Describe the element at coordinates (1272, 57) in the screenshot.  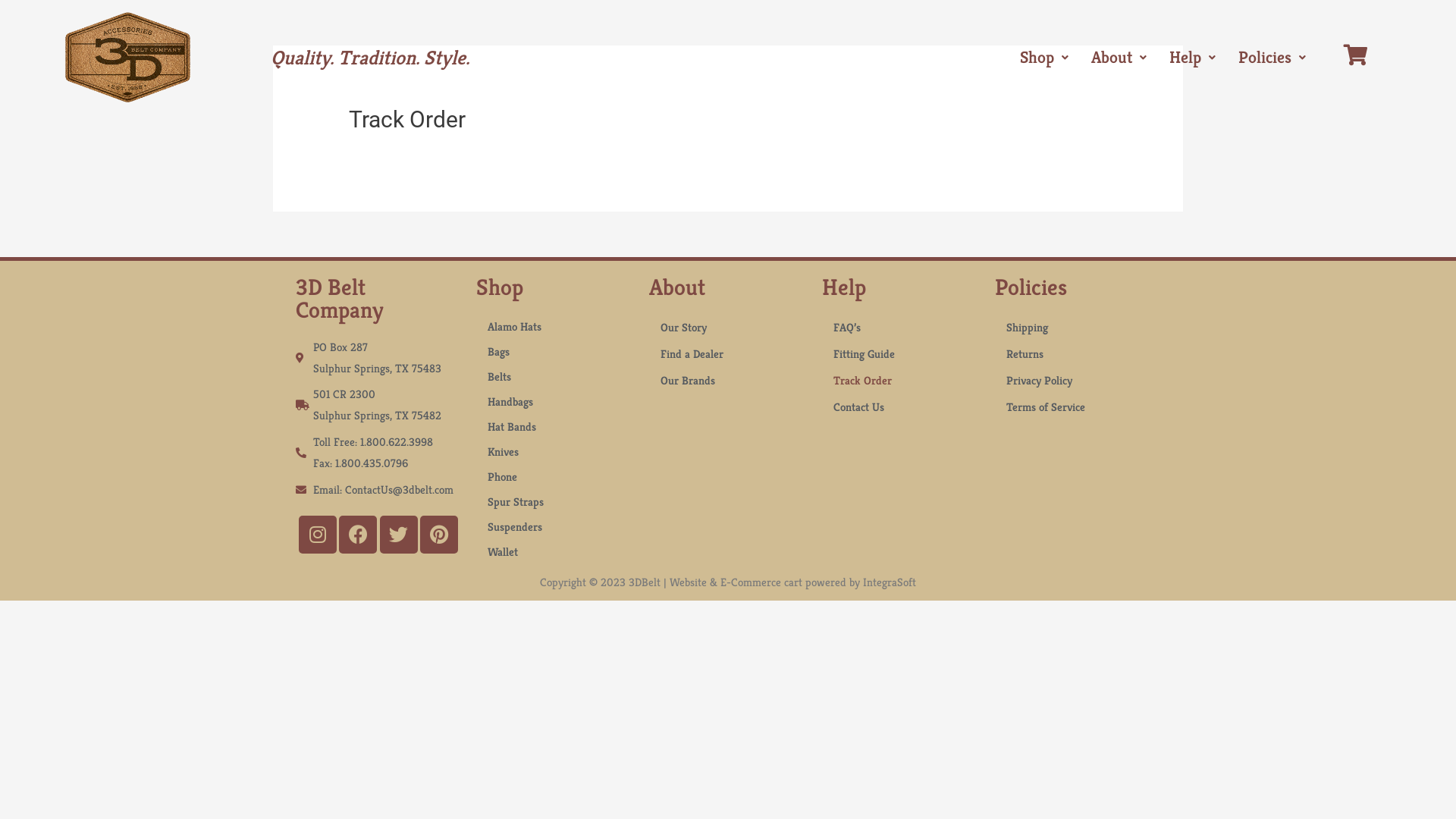
I see `'Policies'` at that location.